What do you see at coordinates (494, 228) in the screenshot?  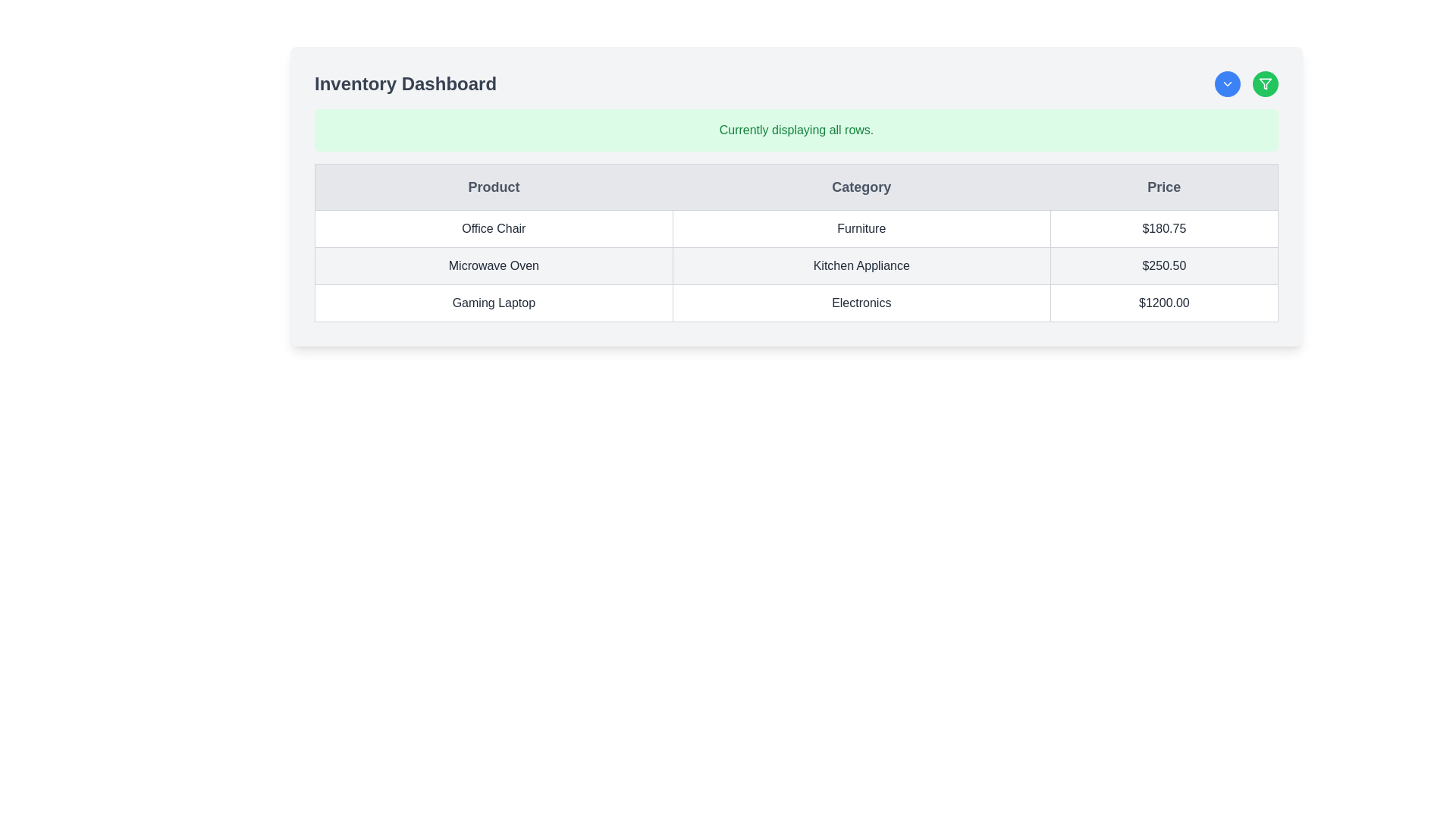 I see `text label displaying 'Office Chair' located in the second row of the table within the 'Product' column, aligned left` at bounding box center [494, 228].